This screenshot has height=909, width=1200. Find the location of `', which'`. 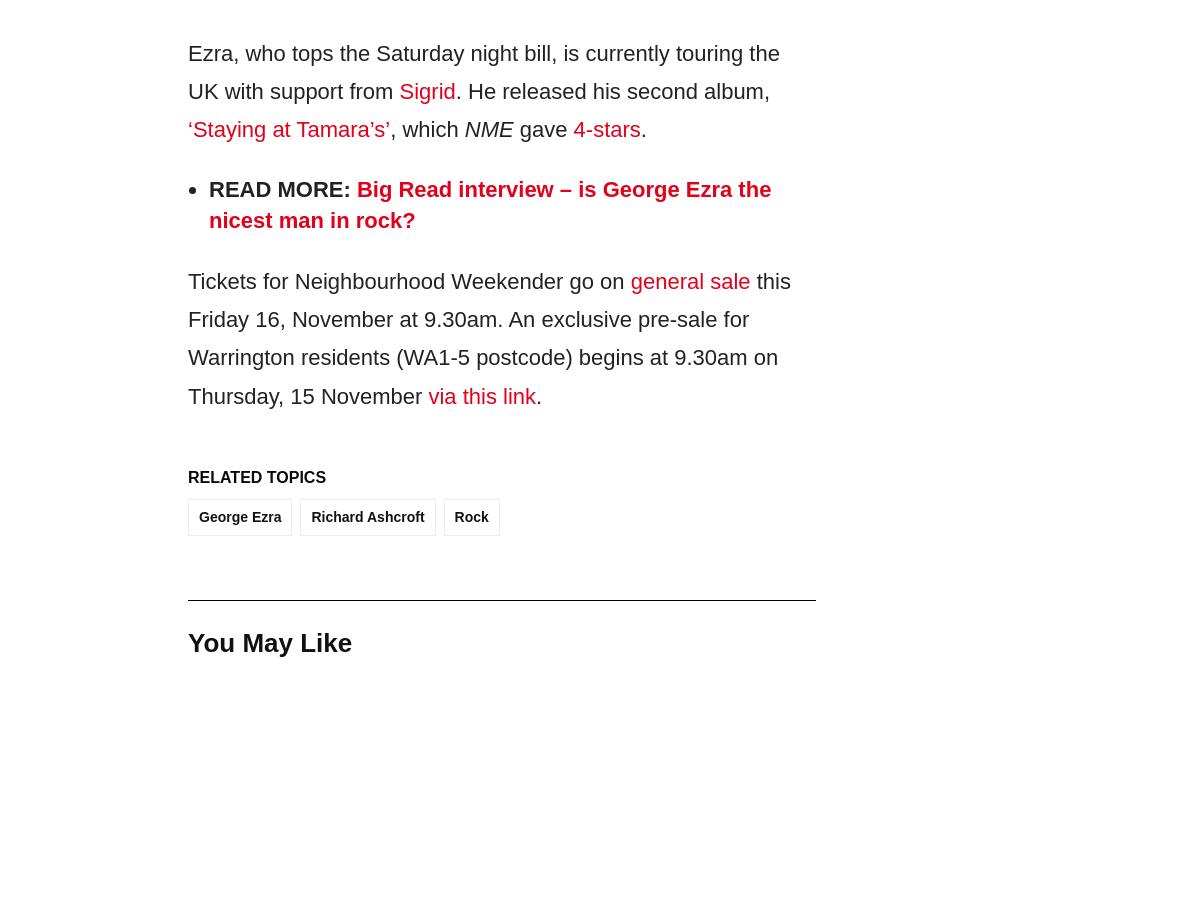

', which' is located at coordinates (426, 129).